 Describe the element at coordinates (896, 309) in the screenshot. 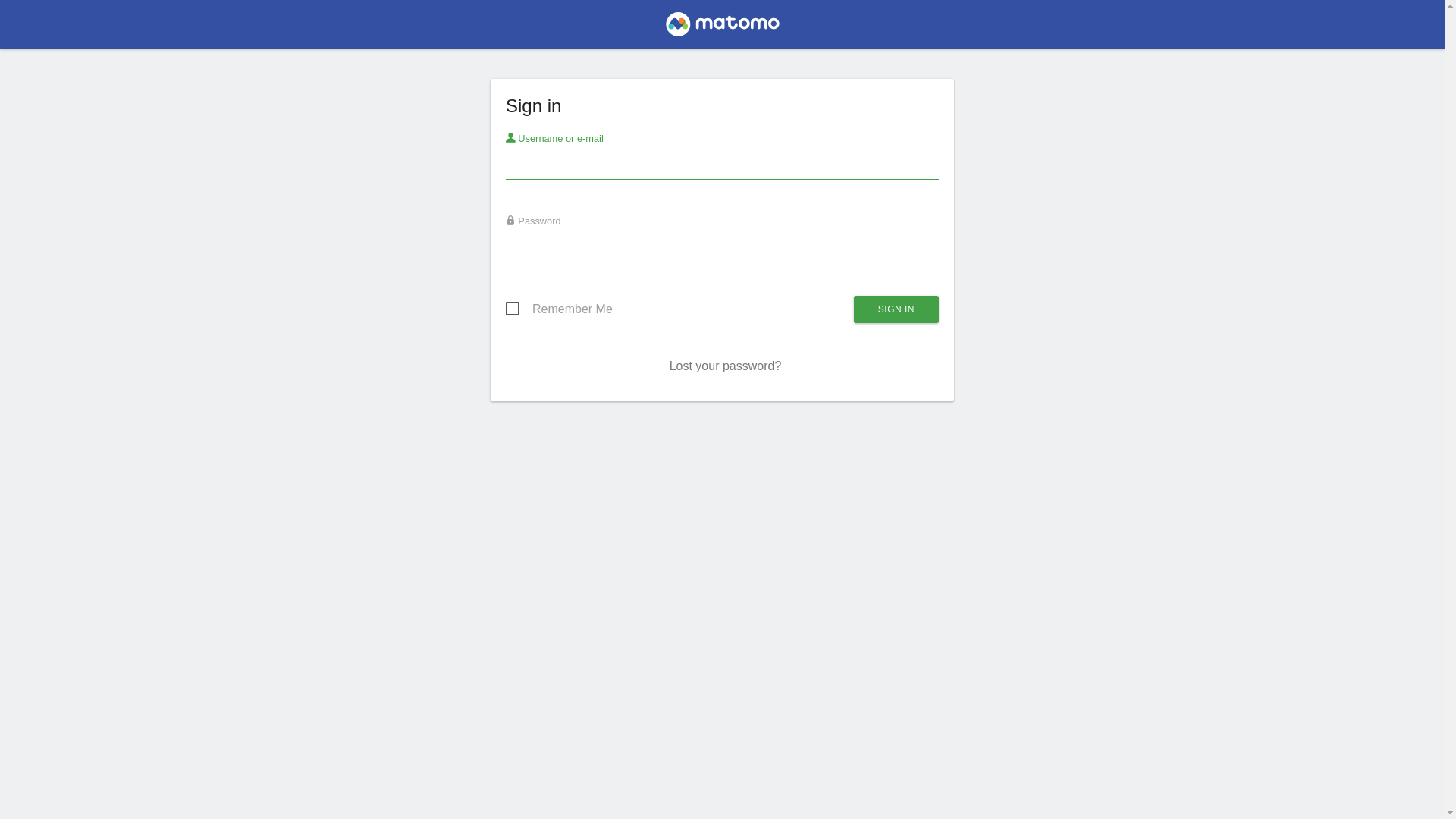

I see `'Sign in'` at that location.